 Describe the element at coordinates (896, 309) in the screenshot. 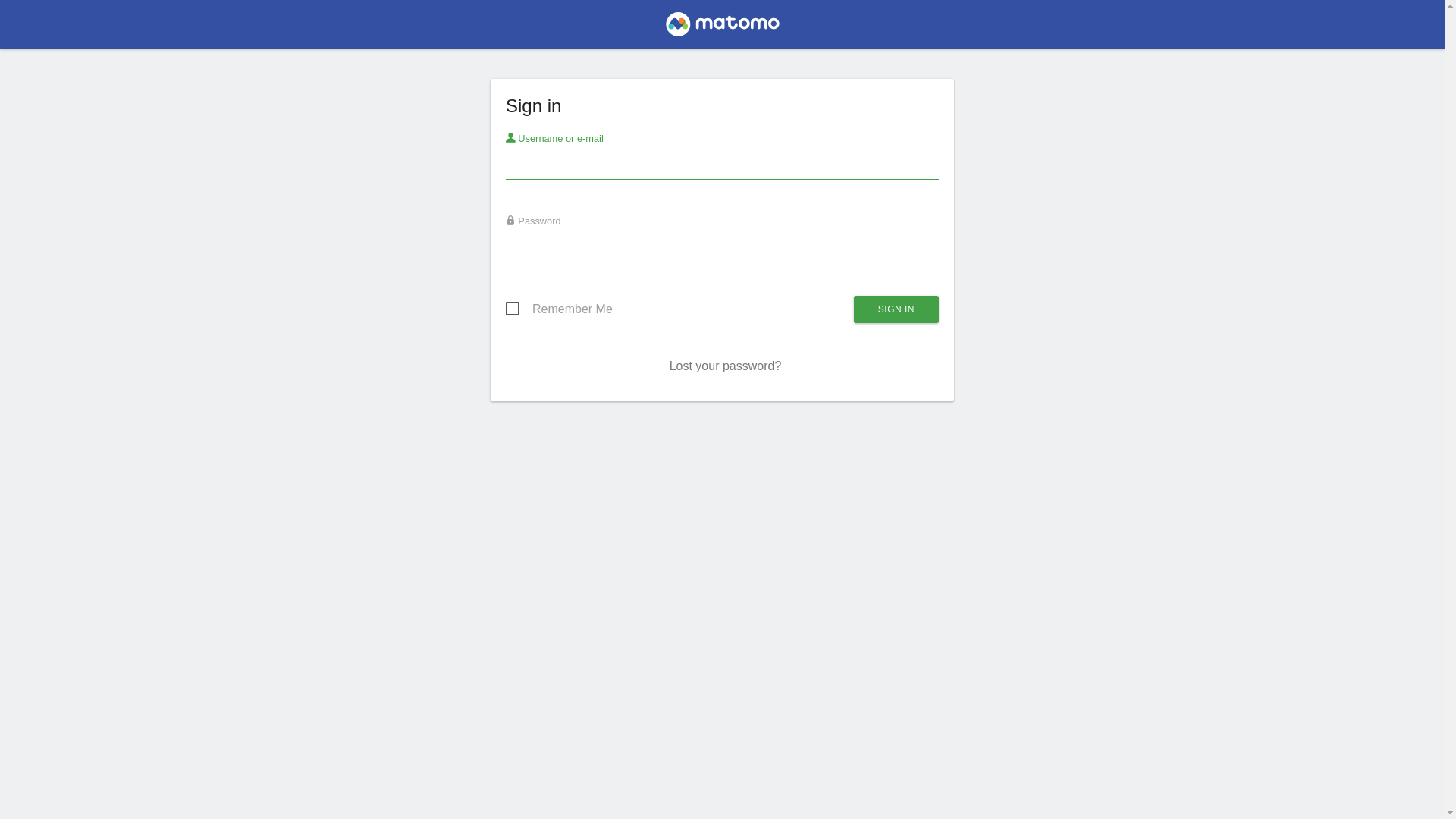

I see `'Sign in'` at that location.